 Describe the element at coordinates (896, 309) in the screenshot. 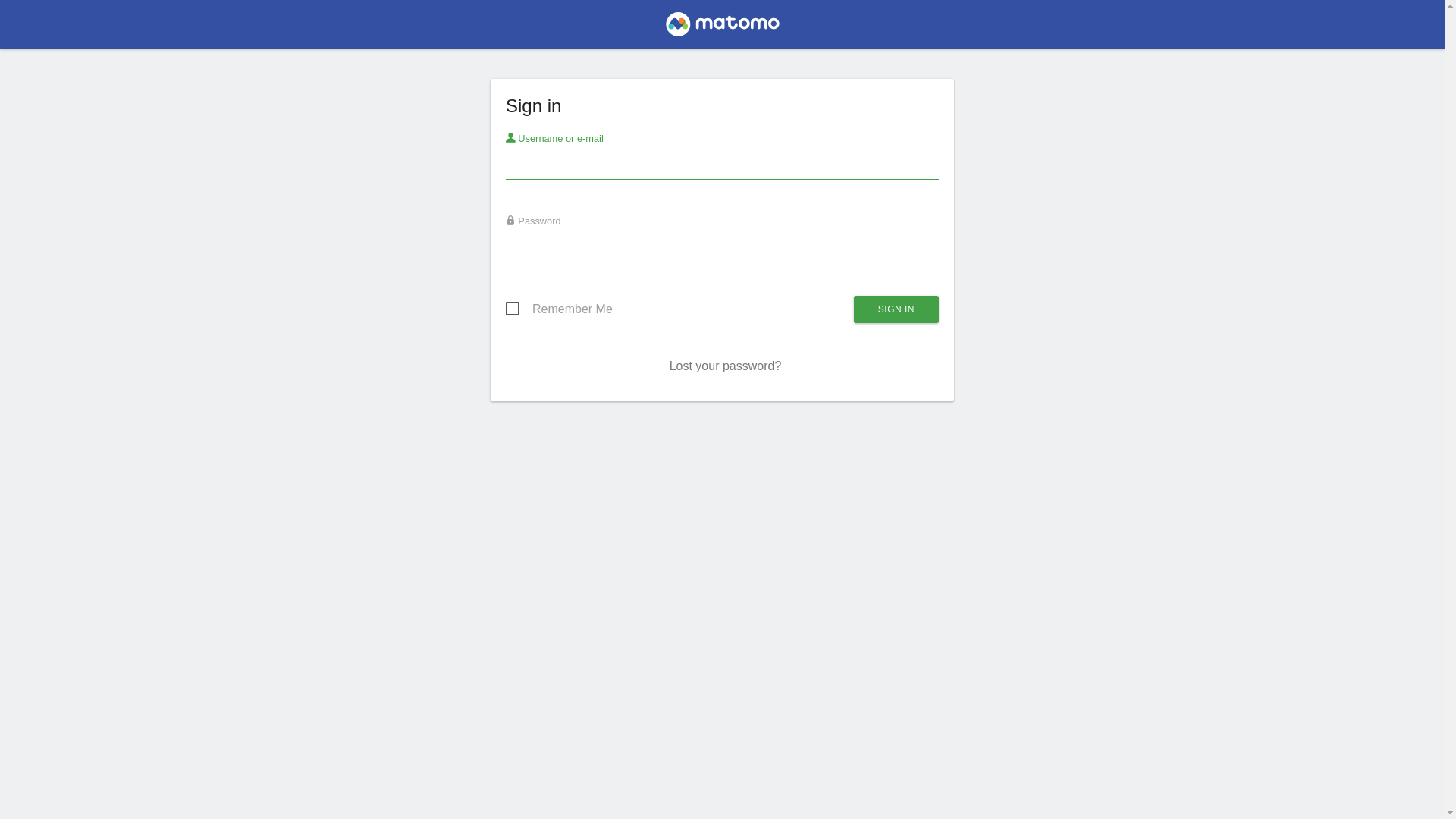

I see `'Sign in'` at that location.